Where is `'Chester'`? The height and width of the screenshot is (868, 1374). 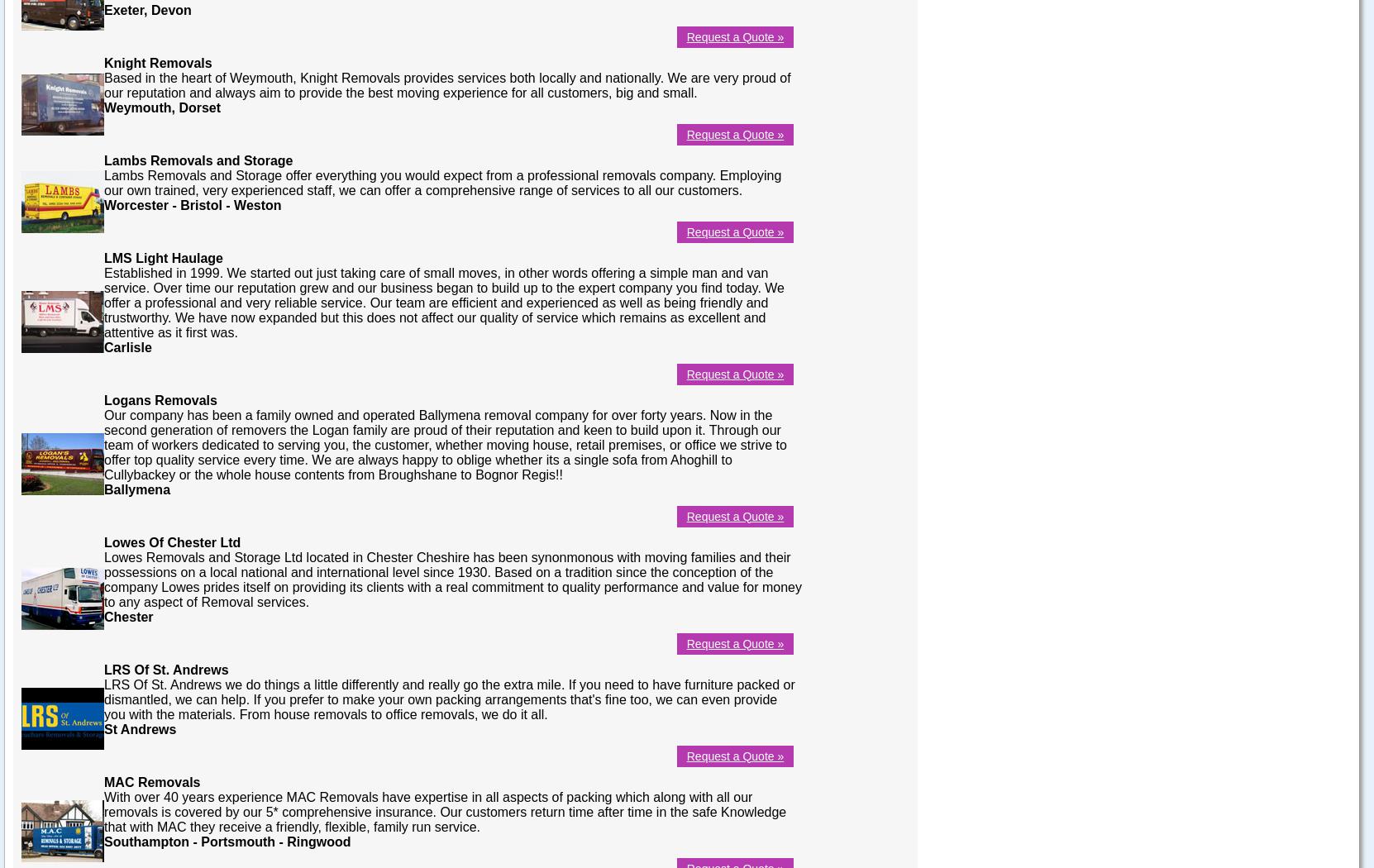
'Chester' is located at coordinates (128, 615).